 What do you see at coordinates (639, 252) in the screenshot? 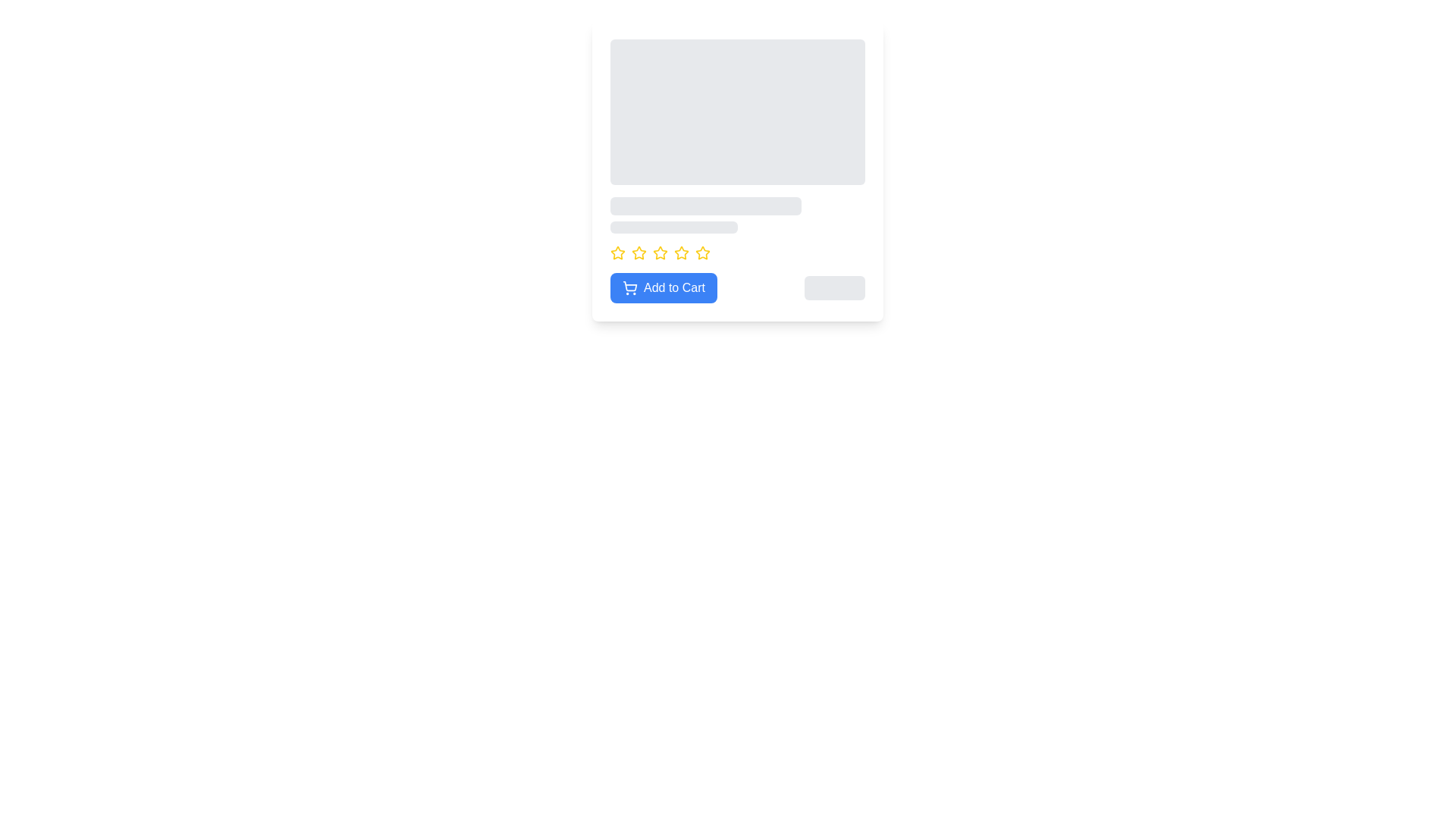
I see `the first star icon for rating preview located below the text block in the card layout` at bounding box center [639, 252].